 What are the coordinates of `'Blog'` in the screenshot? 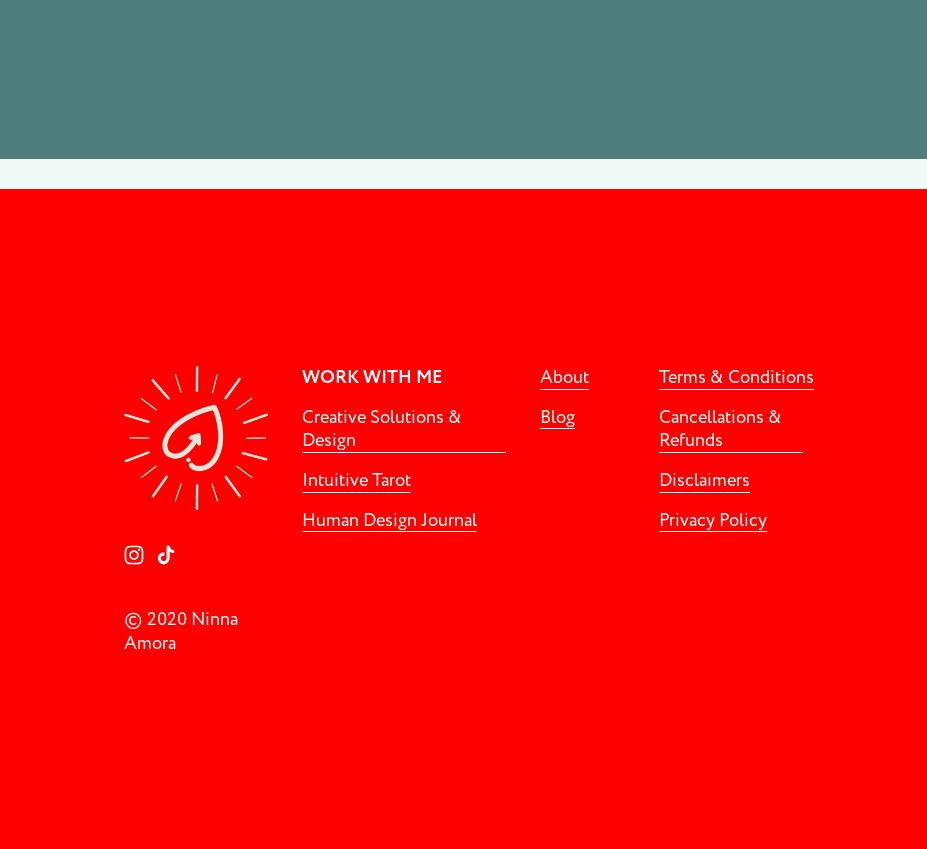 It's located at (556, 415).